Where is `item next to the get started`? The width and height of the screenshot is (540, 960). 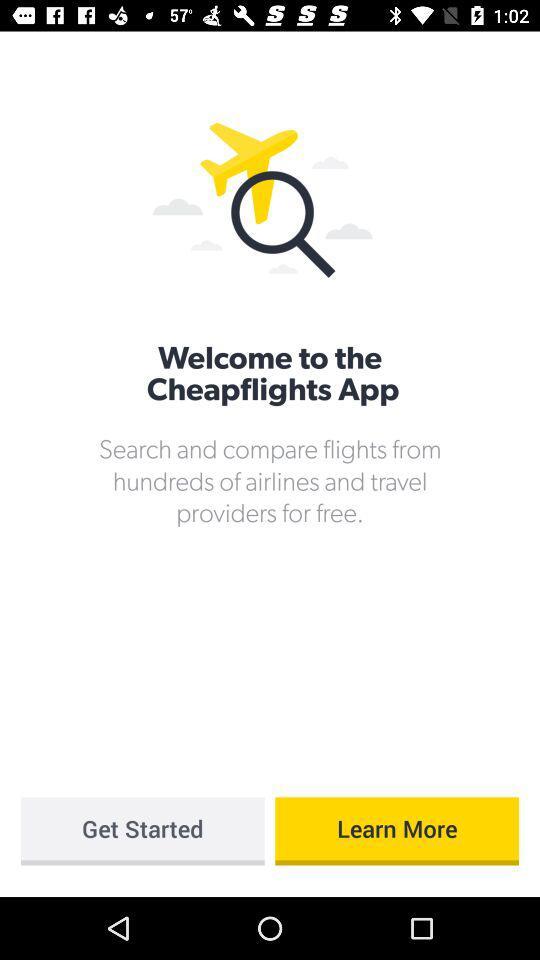
item next to the get started is located at coordinates (397, 831).